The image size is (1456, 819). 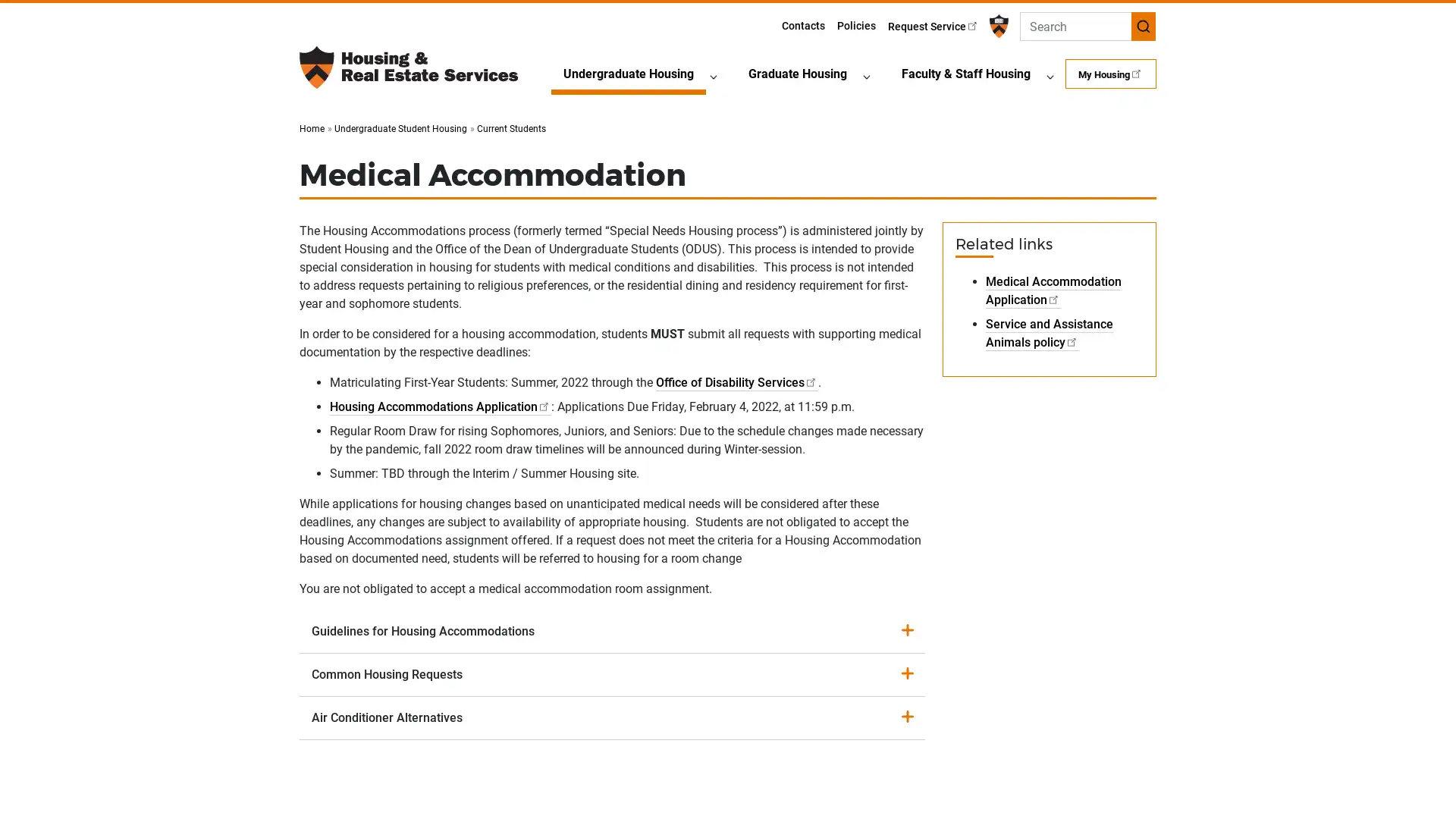 What do you see at coordinates (1050, 77) in the screenshot?
I see `Faculty & Staff HousingSubmenu` at bounding box center [1050, 77].